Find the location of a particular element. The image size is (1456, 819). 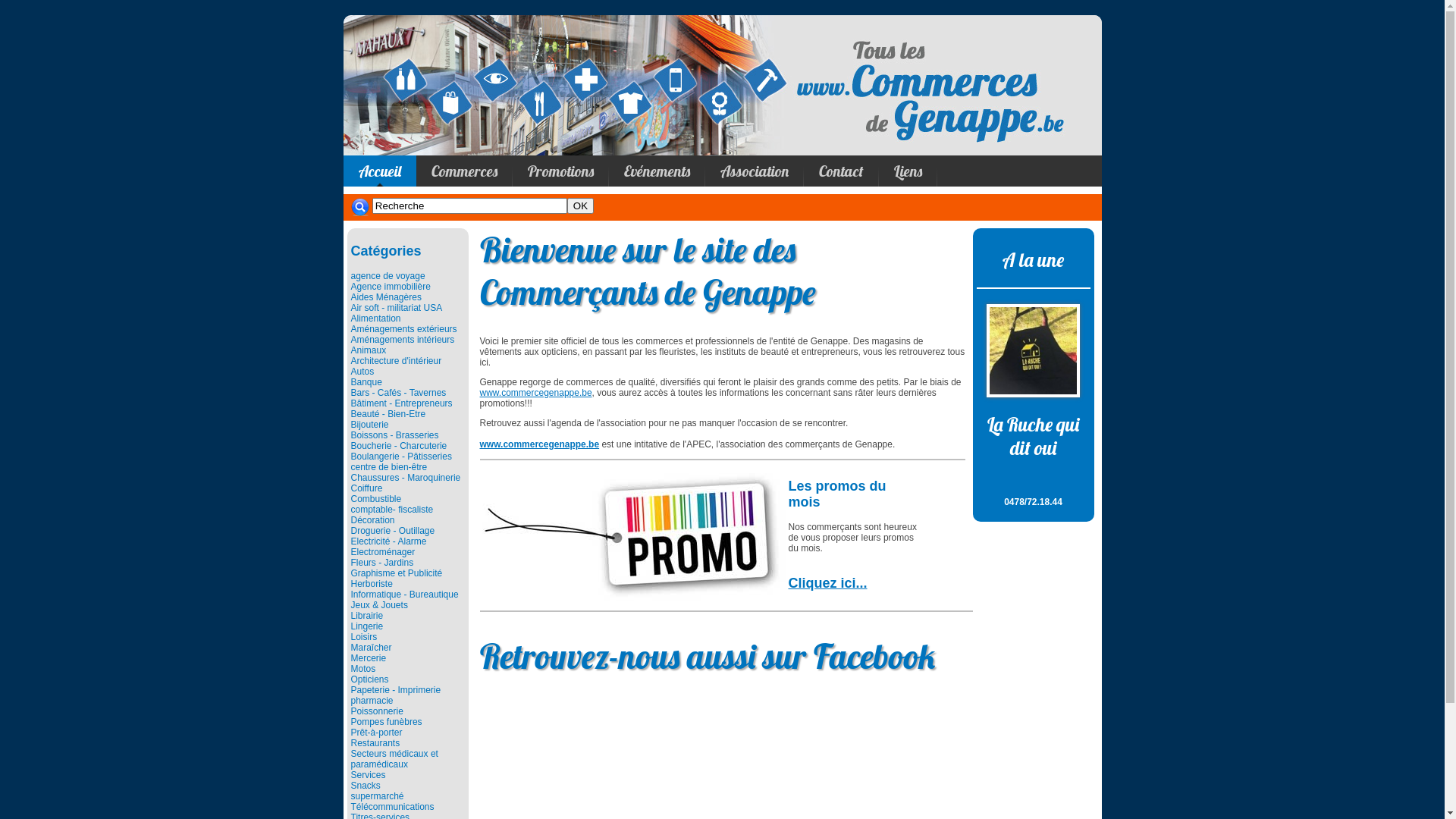

'Bijouterie' is located at coordinates (369, 424).